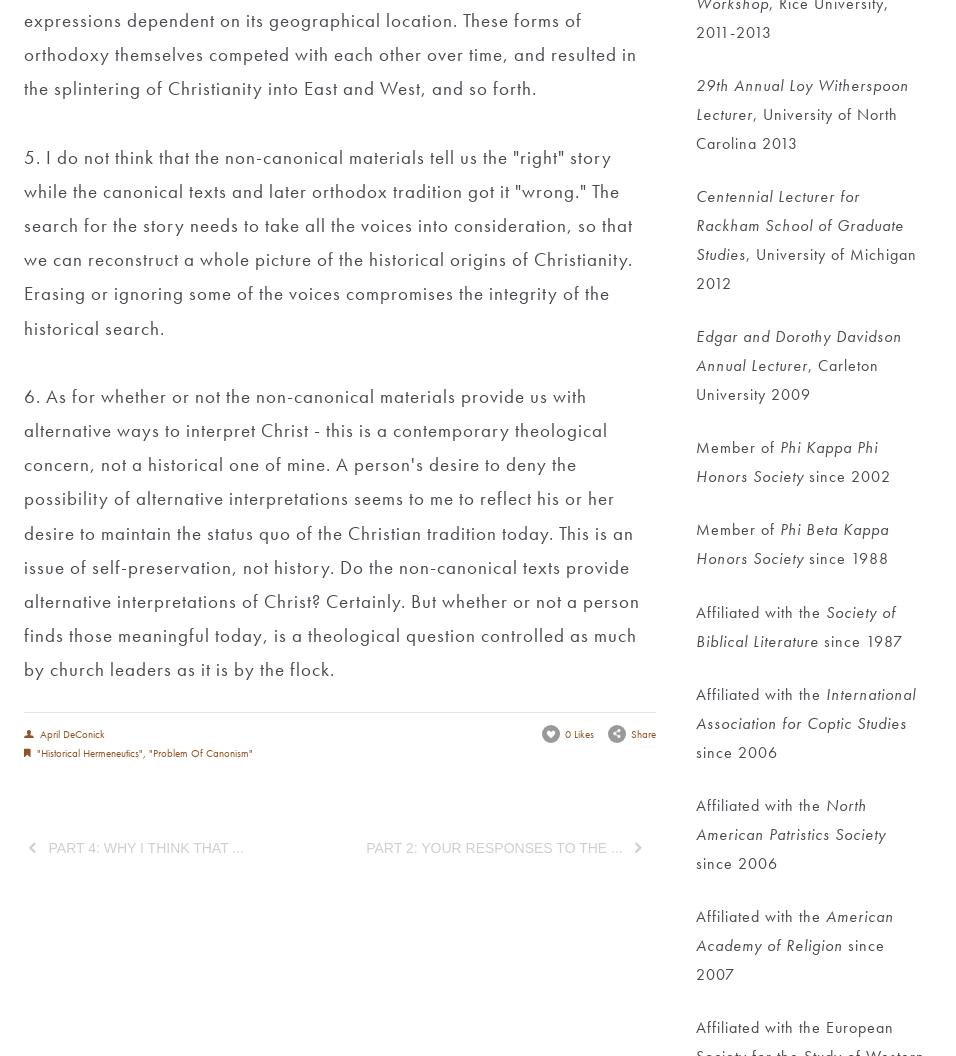  What do you see at coordinates (46, 847) in the screenshot?
I see `'Part 4: Why I think that ...'` at bounding box center [46, 847].